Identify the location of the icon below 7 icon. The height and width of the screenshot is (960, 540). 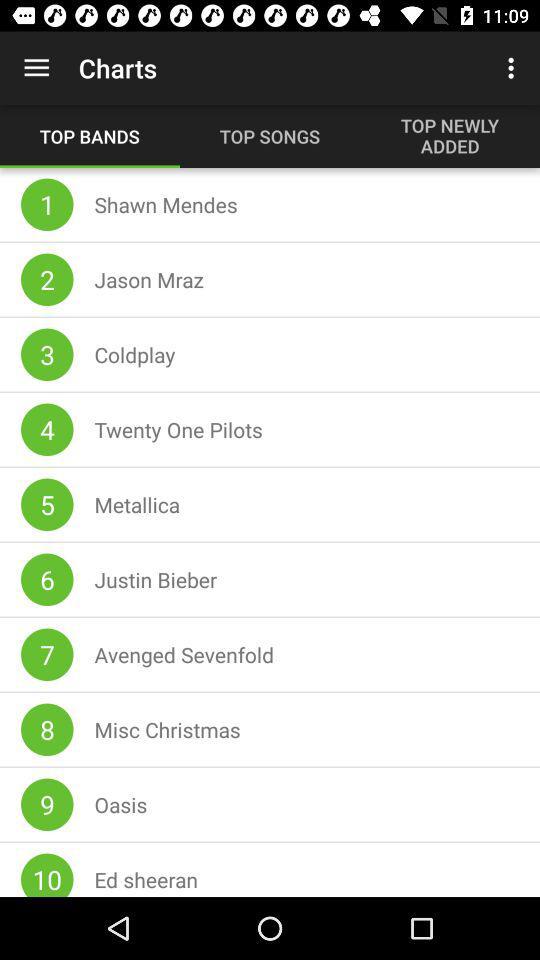
(47, 728).